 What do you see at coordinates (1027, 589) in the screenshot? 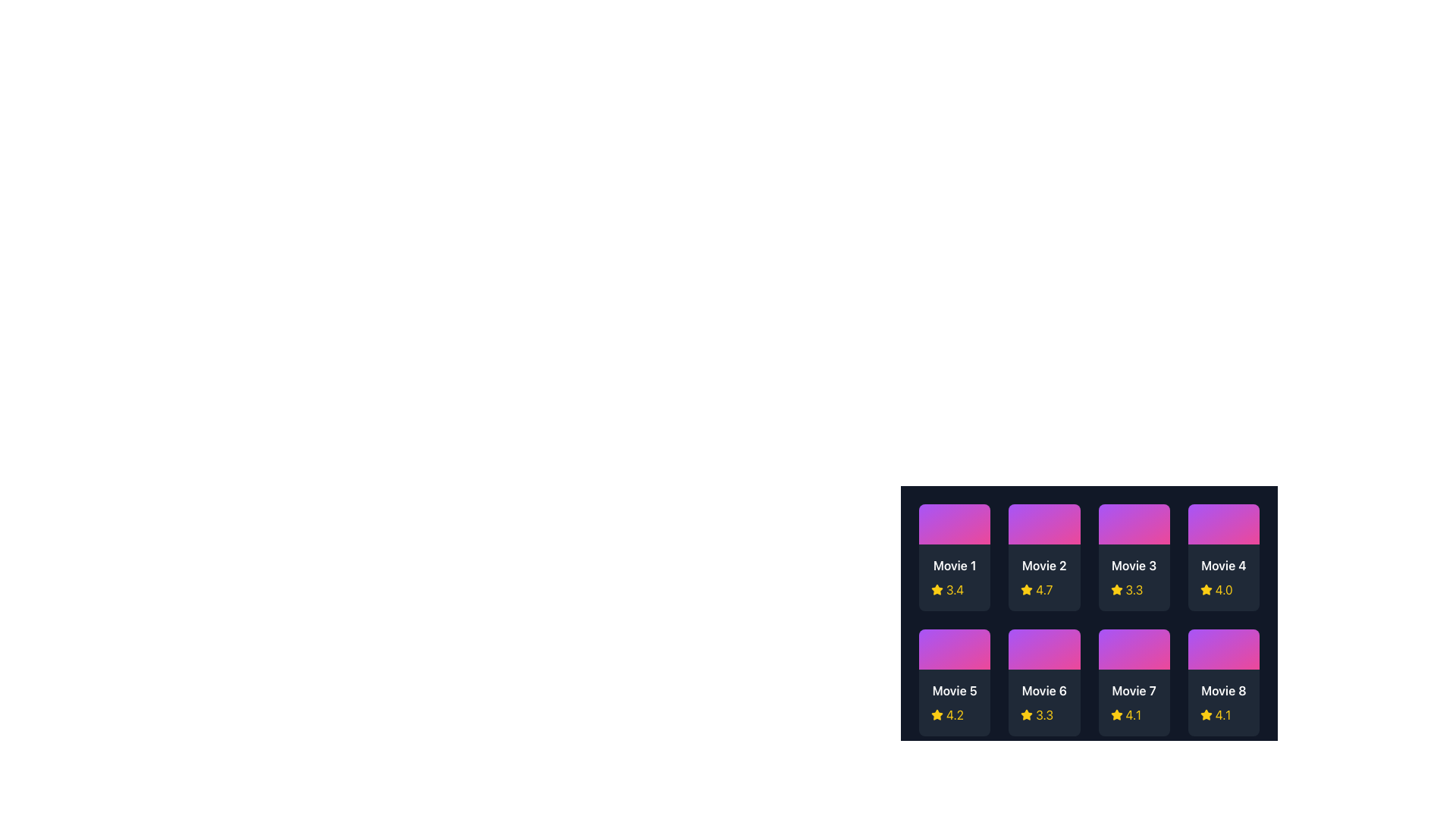
I see `the star icon representing the rating for 'Movie 2', which visually indicates a quality rating of '4.7'` at bounding box center [1027, 589].